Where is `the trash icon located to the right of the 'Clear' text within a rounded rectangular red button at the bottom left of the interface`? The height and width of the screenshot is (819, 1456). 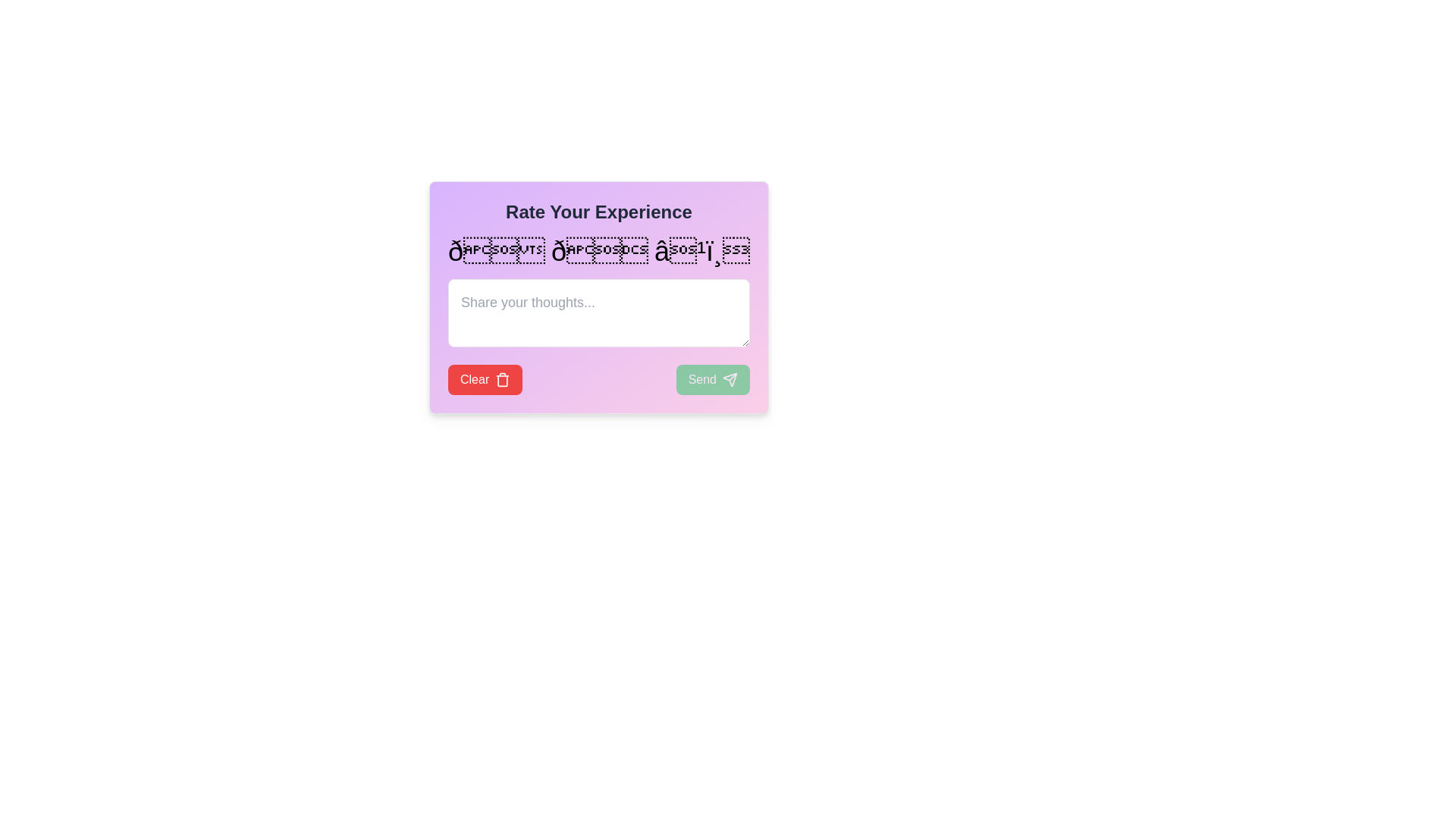 the trash icon located to the right of the 'Clear' text within a rounded rectangular red button at the bottom left of the interface is located at coordinates (503, 379).